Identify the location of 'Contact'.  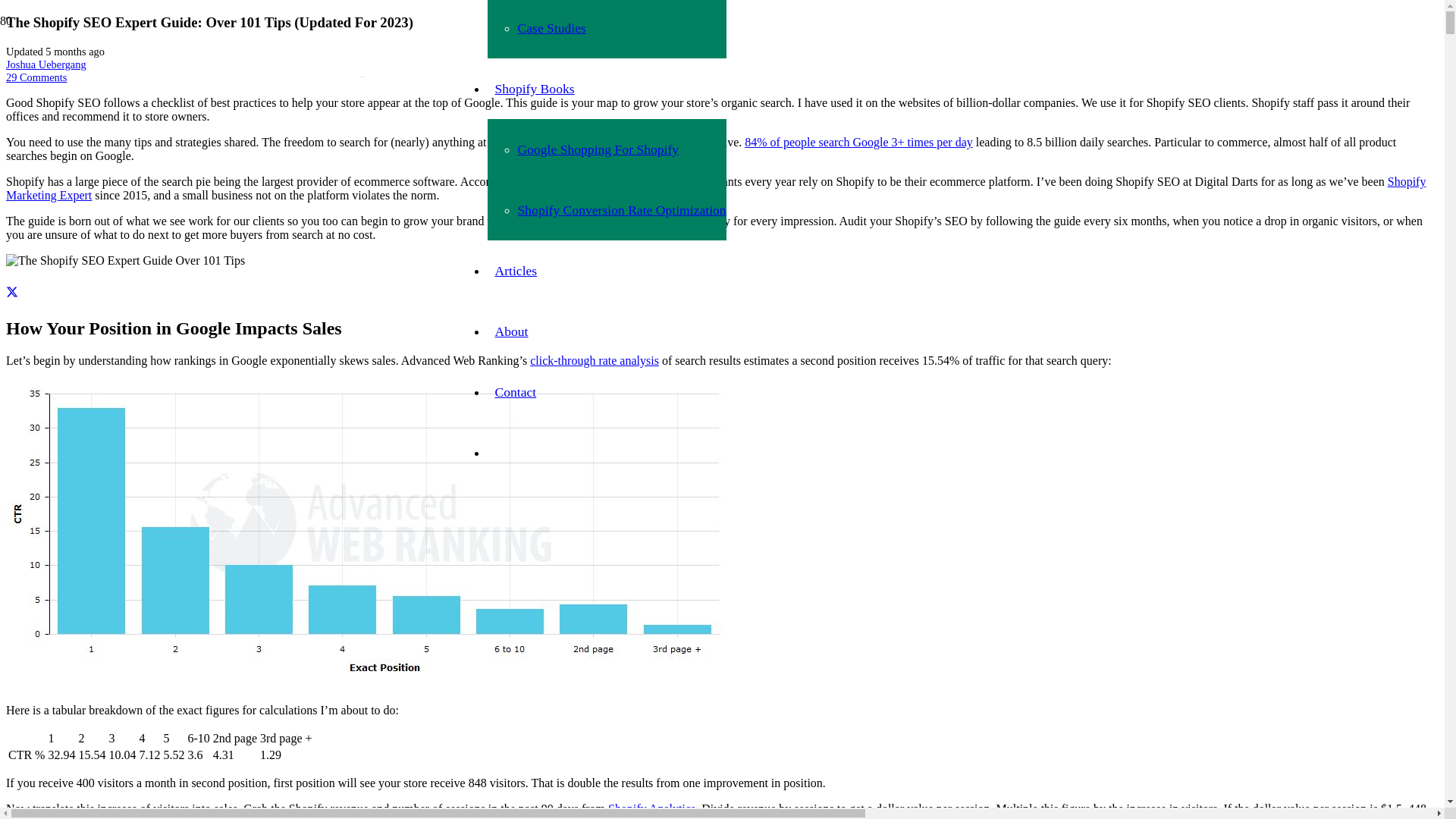
(515, 391).